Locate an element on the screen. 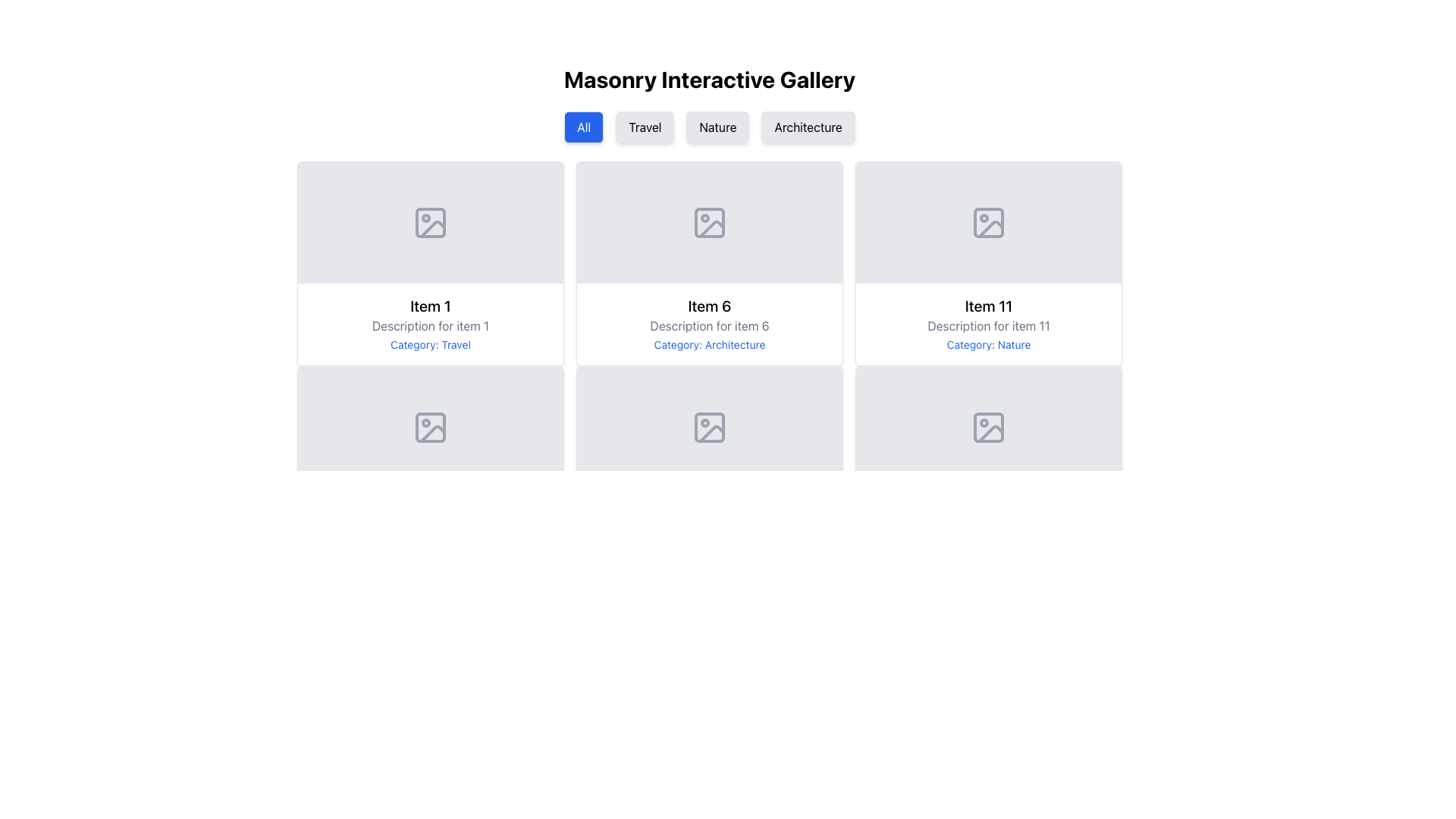  the placeholder icon in the third column of the second row of the masonry gallery layout, labeled 'Item 11' is located at coordinates (989, 427).